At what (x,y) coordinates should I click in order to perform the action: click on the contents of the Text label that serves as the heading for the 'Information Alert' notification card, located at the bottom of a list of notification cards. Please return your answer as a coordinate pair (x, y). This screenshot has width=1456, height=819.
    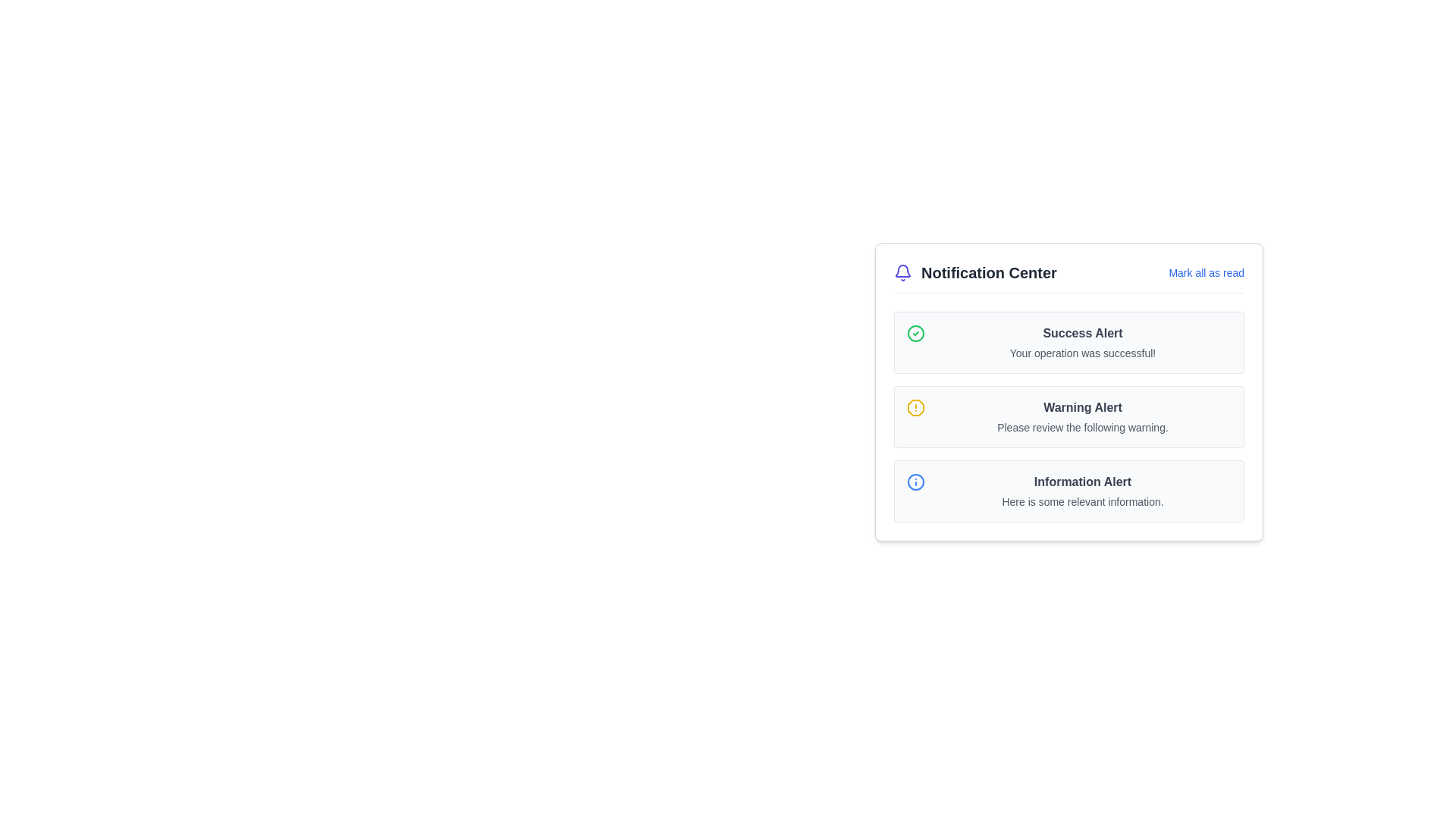
    Looking at the image, I should click on (1082, 482).